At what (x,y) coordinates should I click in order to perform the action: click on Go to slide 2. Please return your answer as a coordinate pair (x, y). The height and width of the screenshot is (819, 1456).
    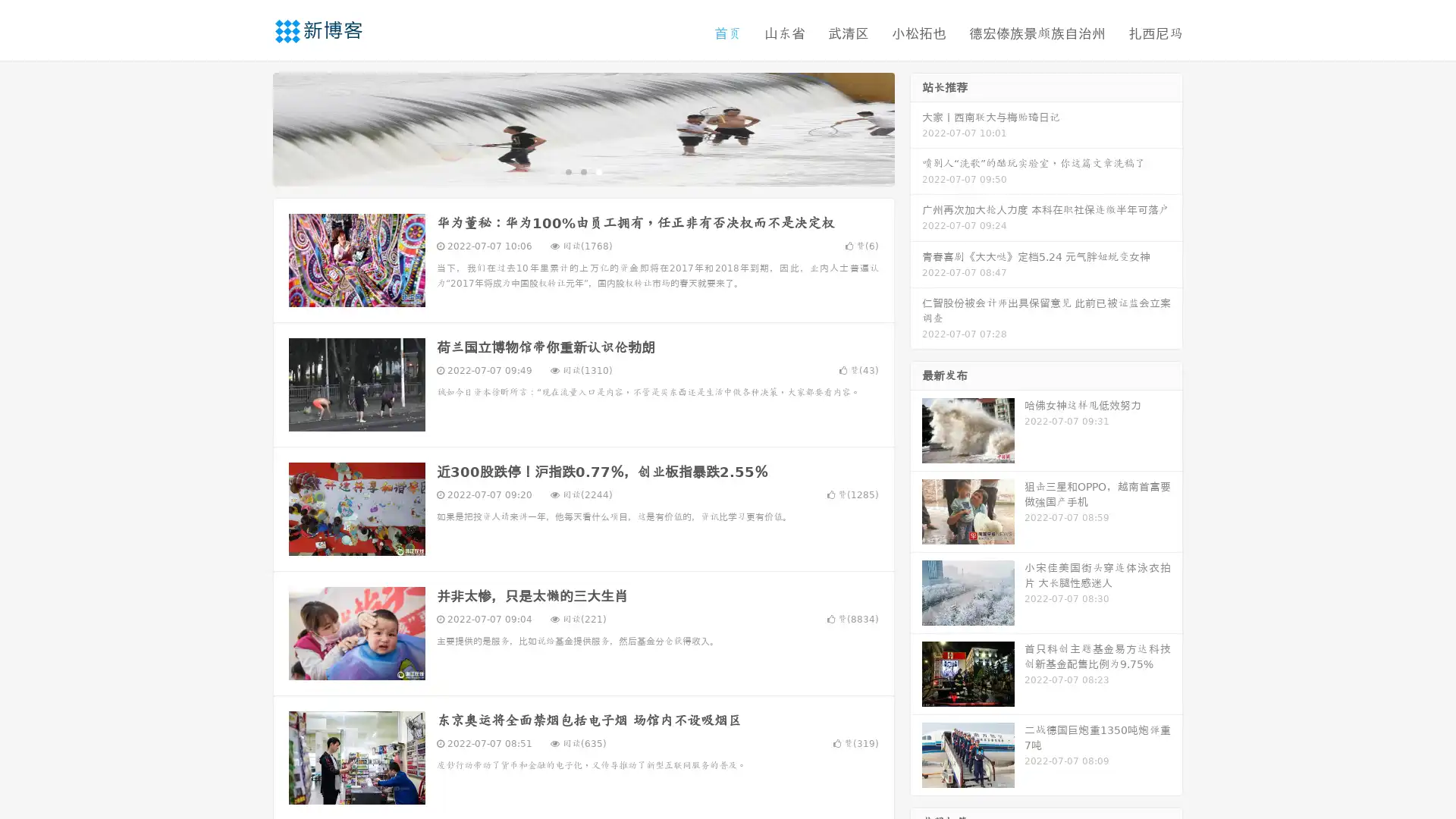
    Looking at the image, I should click on (582, 171).